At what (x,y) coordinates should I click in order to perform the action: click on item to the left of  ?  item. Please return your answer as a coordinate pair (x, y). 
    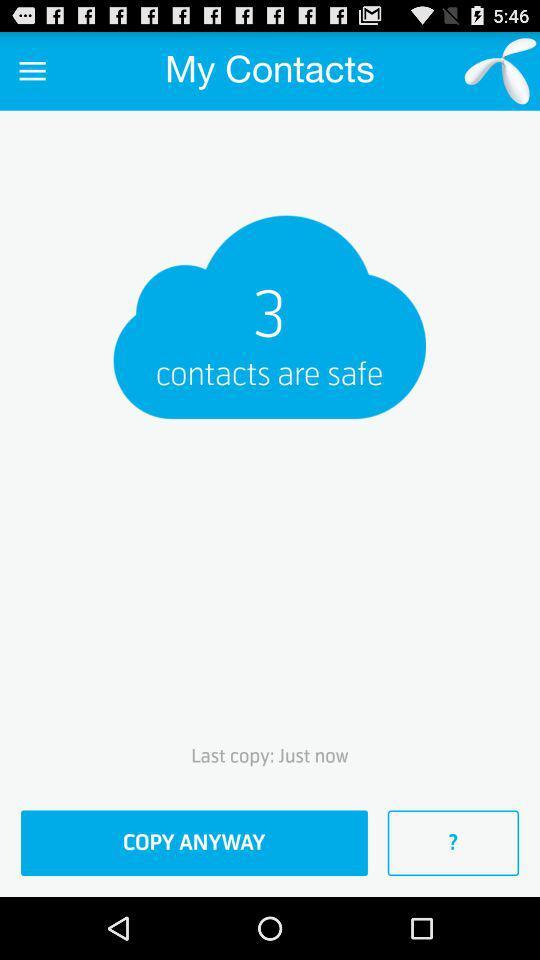
    Looking at the image, I should click on (194, 842).